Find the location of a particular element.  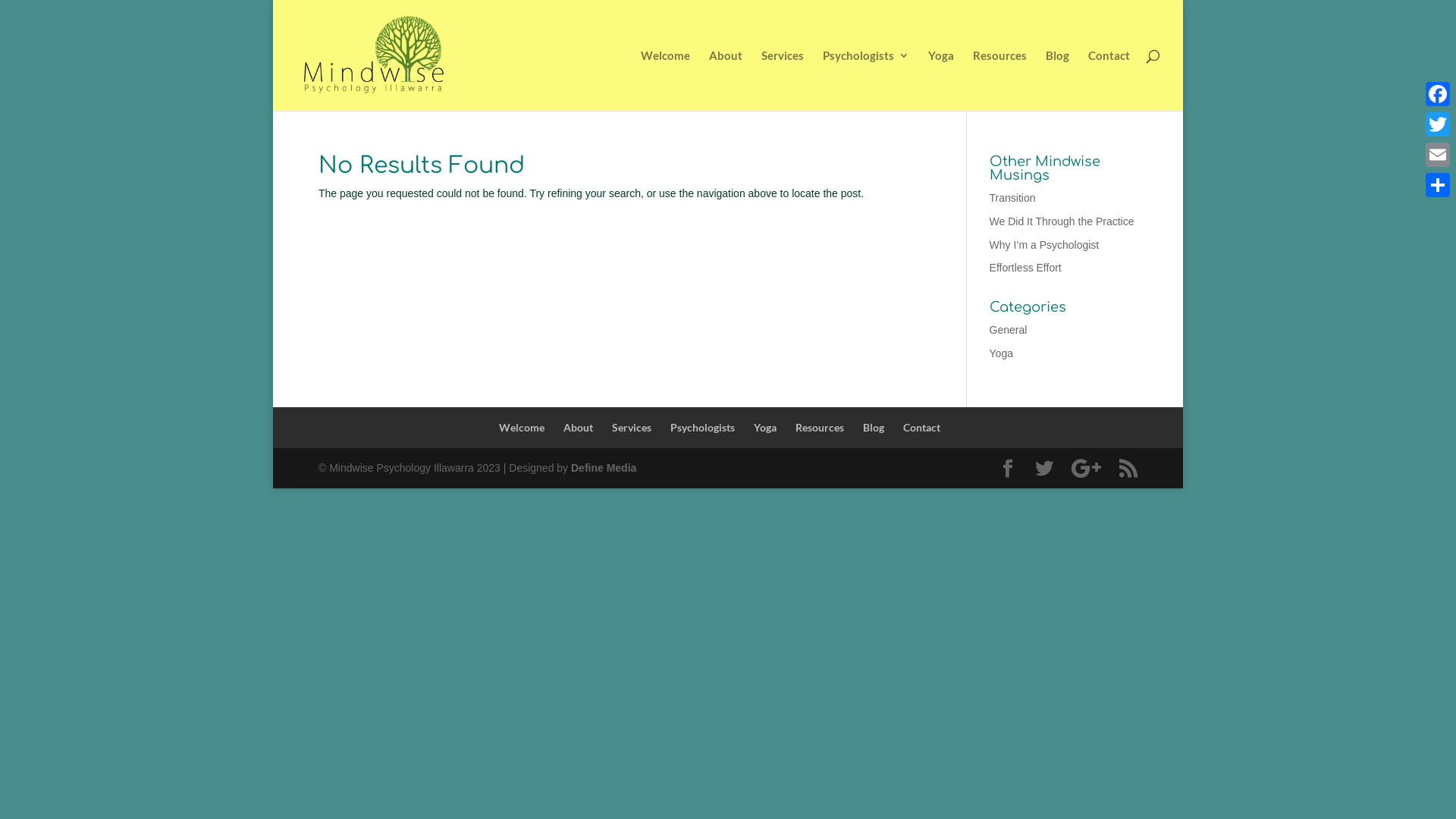

'Share' is located at coordinates (1437, 184).